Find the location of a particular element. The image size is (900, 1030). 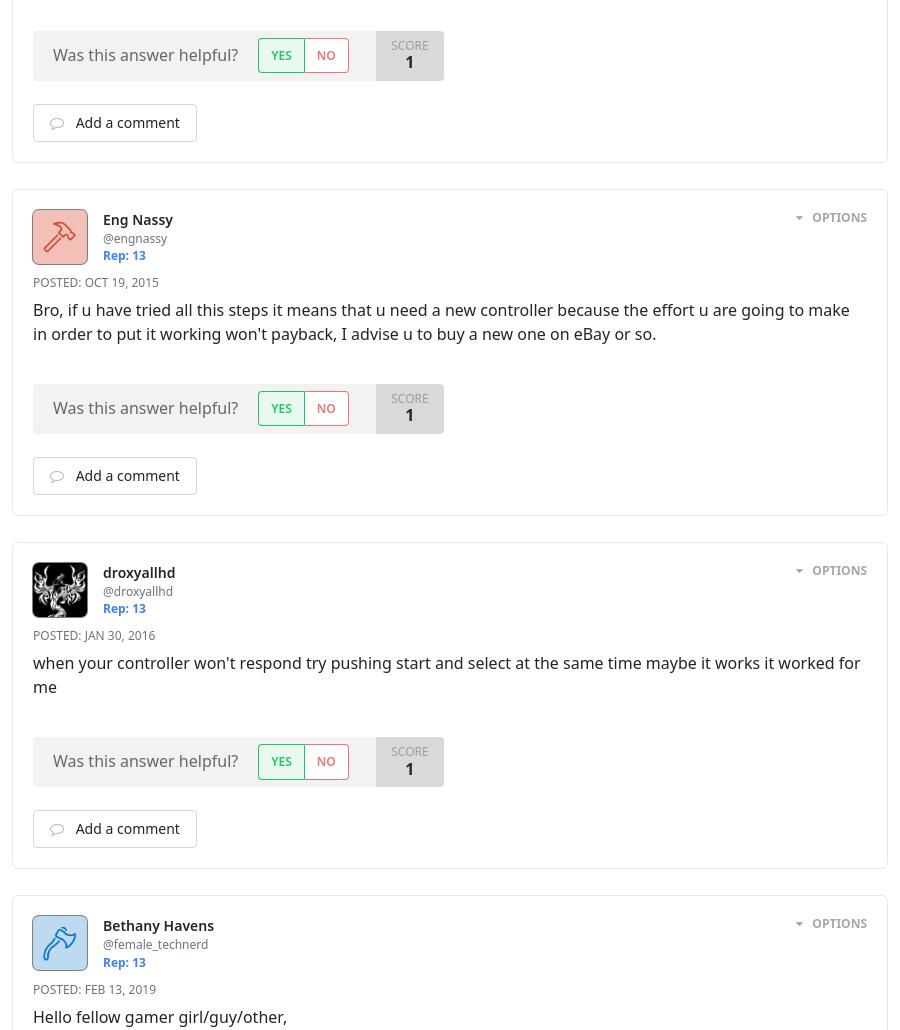

'Hello fellow gamer girl/guy/other,' is located at coordinates (160, 1014).